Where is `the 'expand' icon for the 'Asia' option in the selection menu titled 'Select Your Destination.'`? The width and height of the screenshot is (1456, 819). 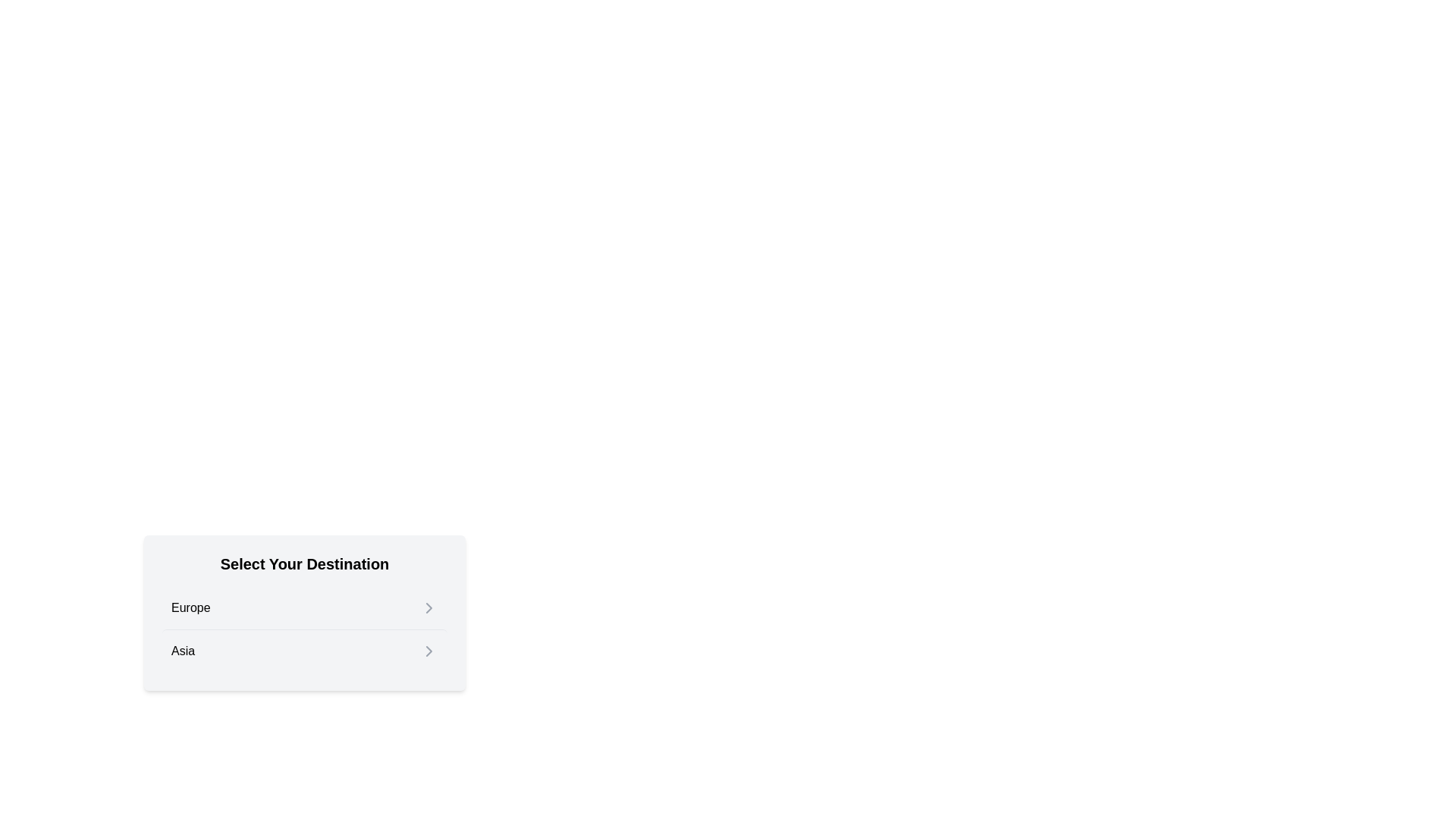
the 'expand' icon for the 'Asia' option in the selection menu titled 'Select Your Destination.' is located at coordinates (428, 651).